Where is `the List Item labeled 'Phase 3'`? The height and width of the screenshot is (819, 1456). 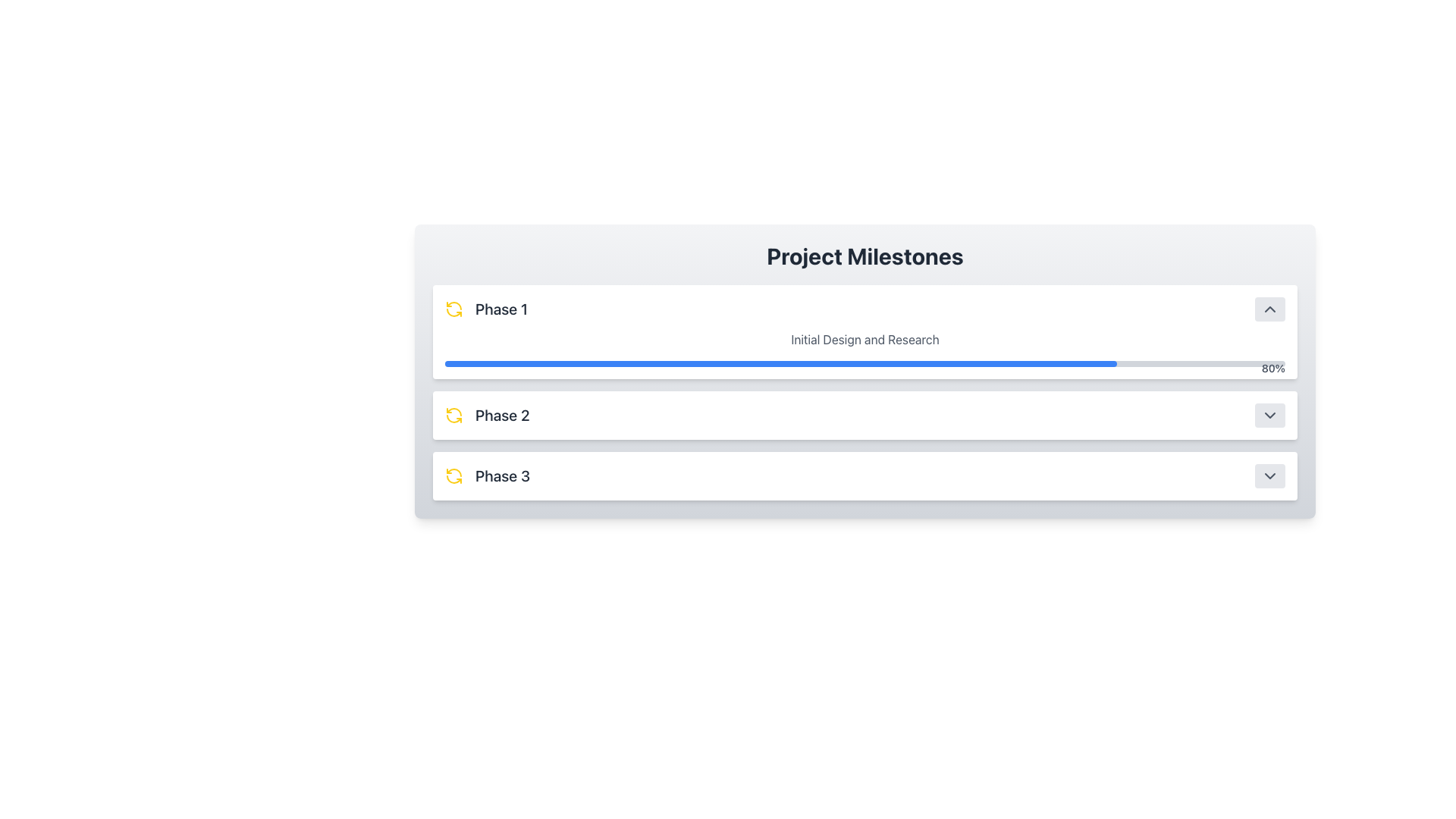 the List Item labeled 'Phase 3' is located at coordinates (865, 475).